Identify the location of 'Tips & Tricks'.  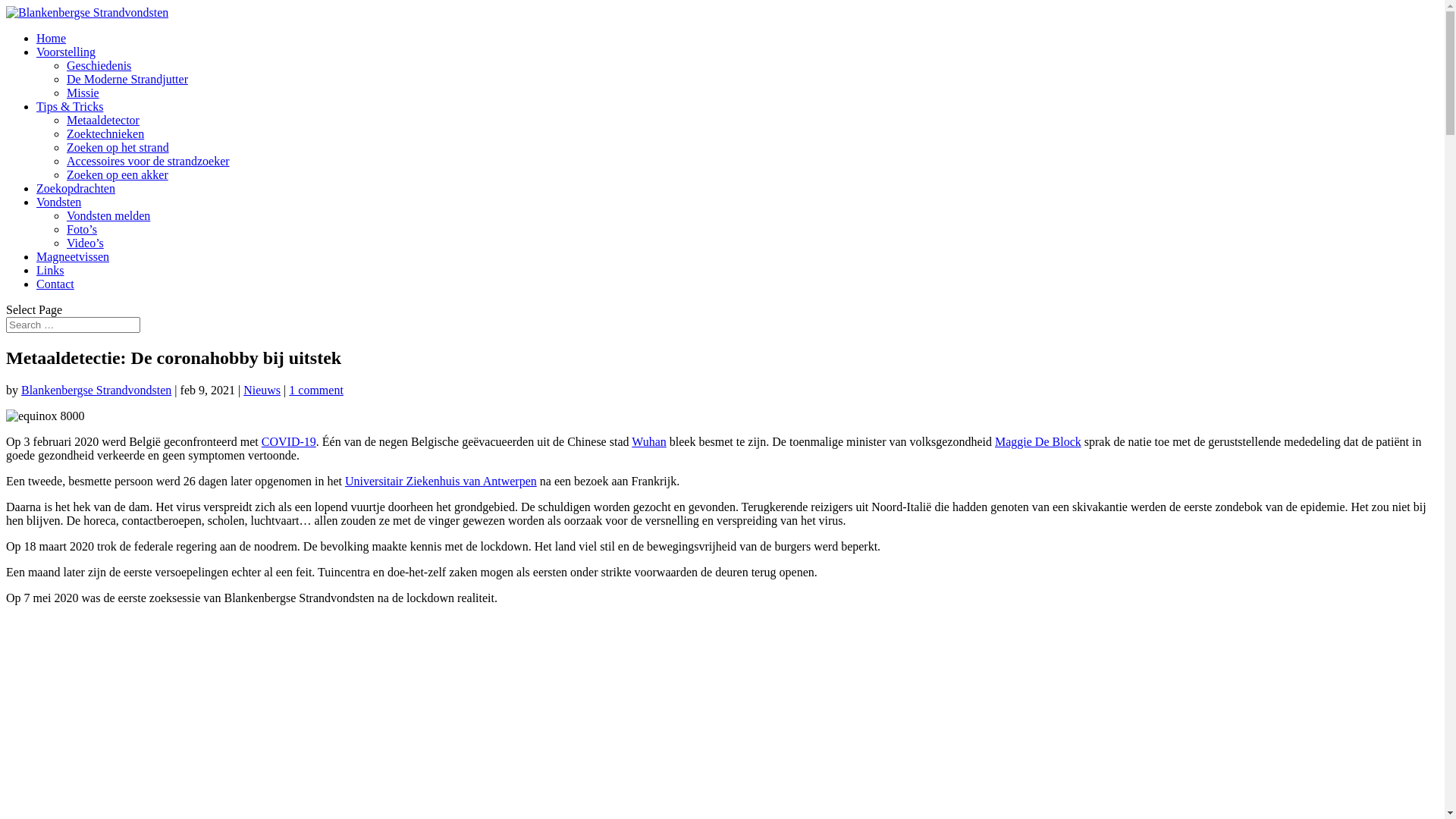
(68, 105).